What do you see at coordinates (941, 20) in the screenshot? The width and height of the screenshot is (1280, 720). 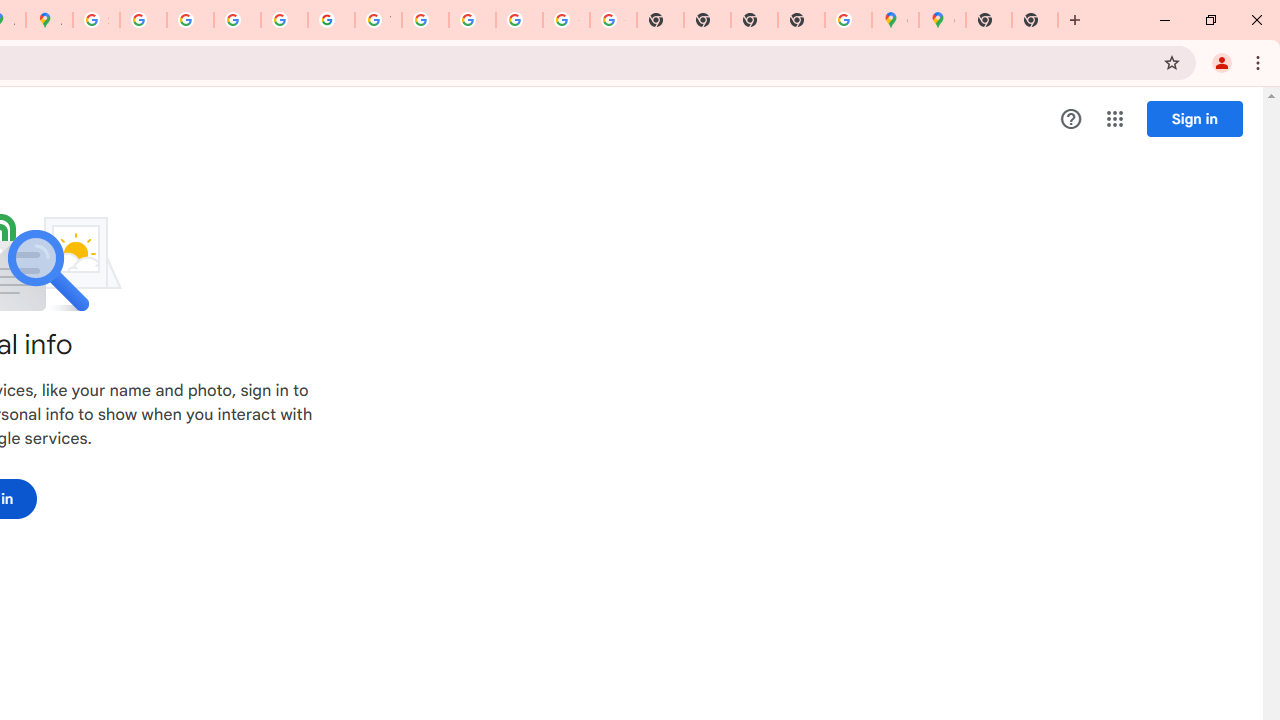 I see `'Google Maps'` at bounding box center [941, 20].